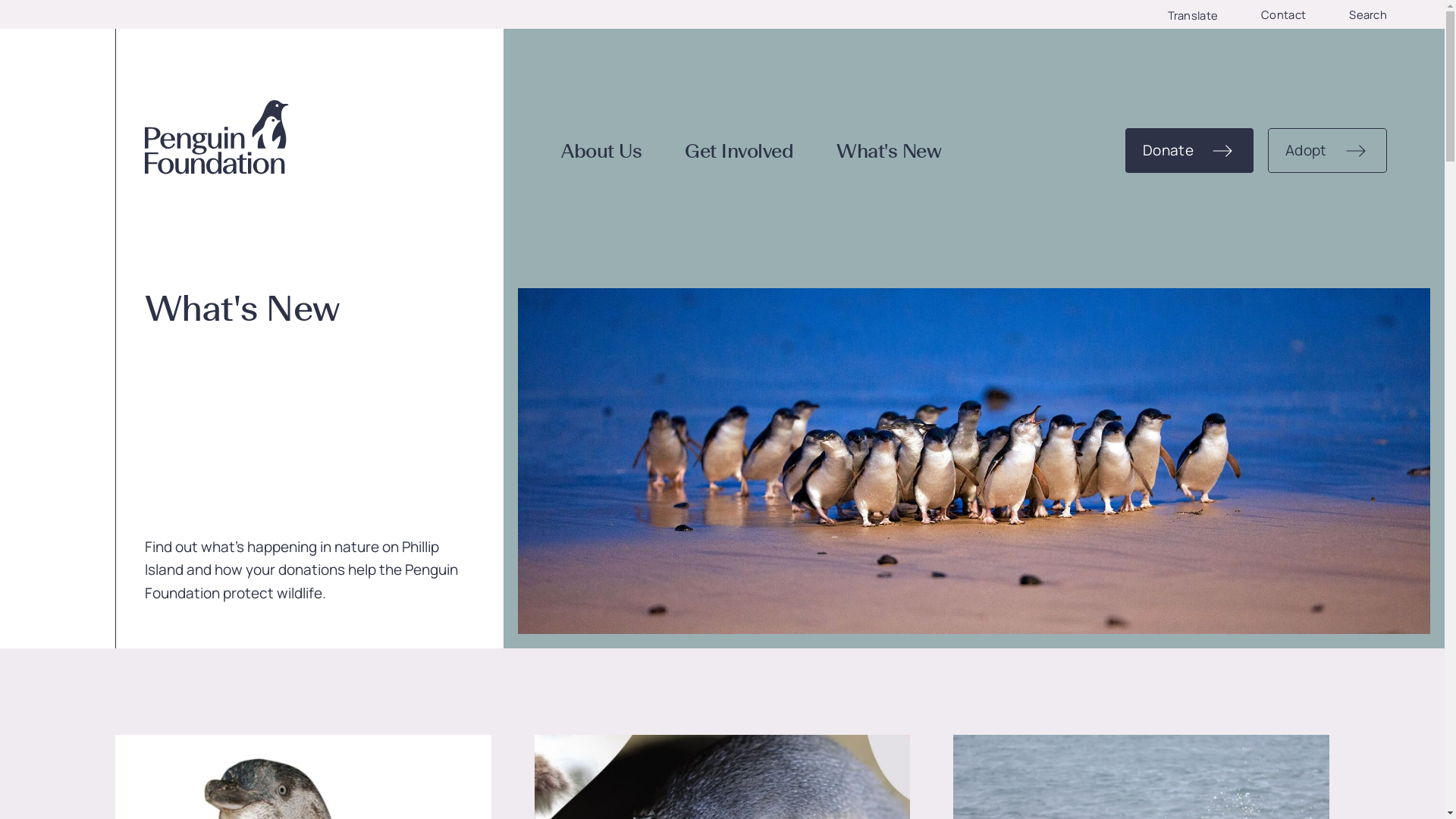 This screenshot has width=1456, height=819. I want to click on 'Get Involved', so click(739, 152).